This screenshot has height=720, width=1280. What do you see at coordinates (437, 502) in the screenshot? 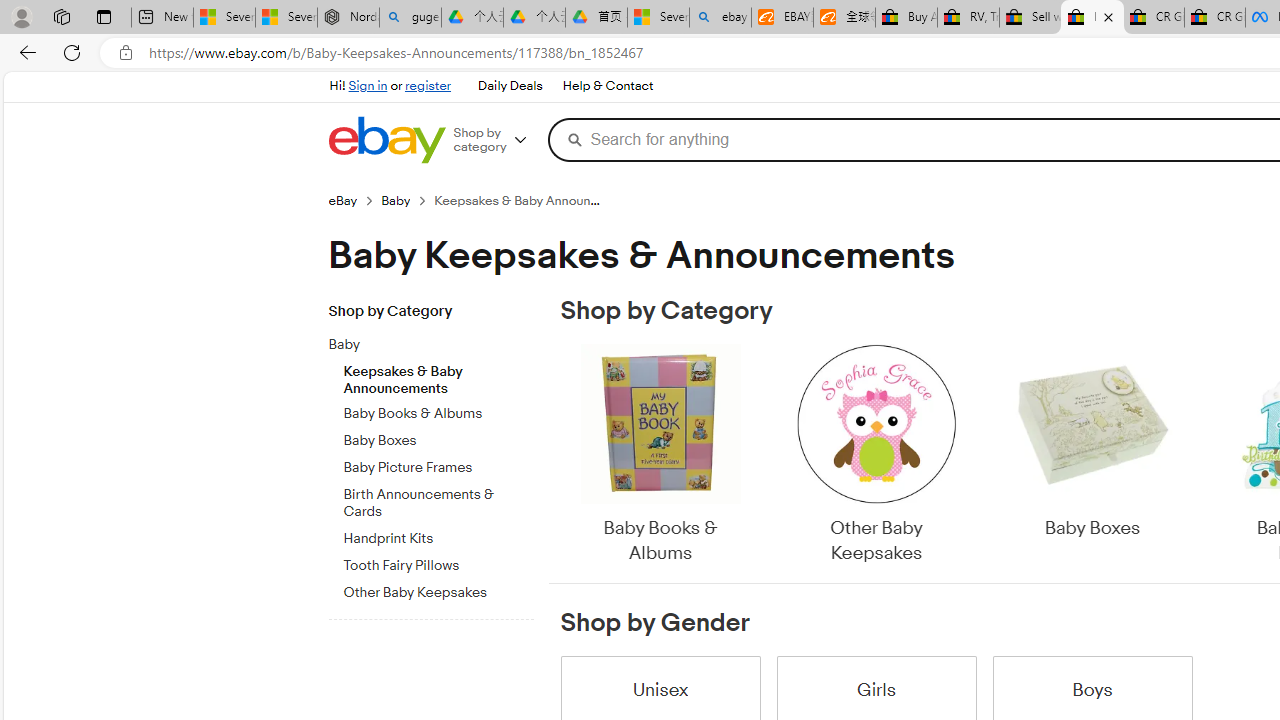
I see `'Birth Announcements & Cards'` at bounding box center [437, 502].